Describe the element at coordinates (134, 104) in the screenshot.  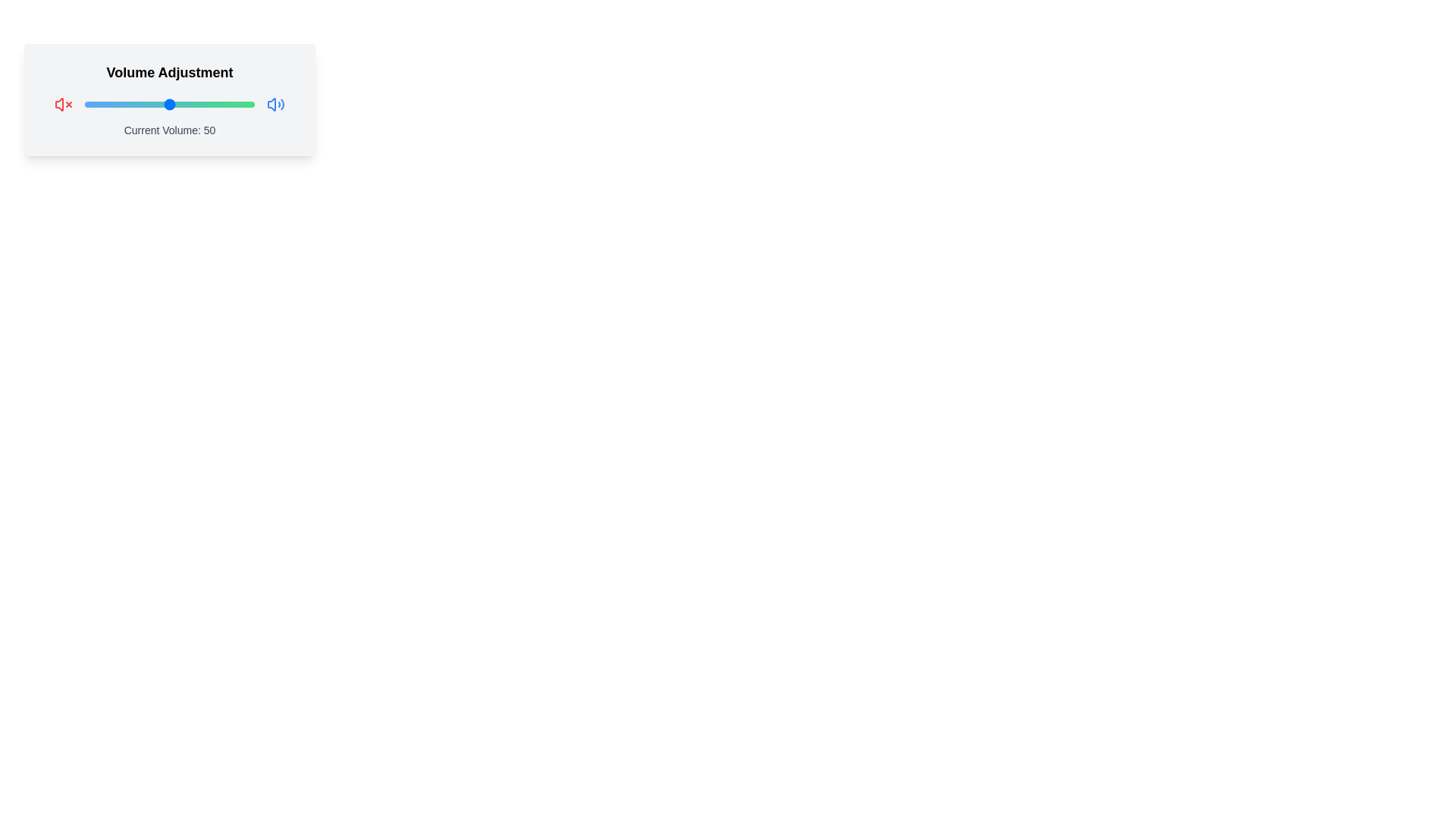
I see `the slider to set the volume to 29` at that location.